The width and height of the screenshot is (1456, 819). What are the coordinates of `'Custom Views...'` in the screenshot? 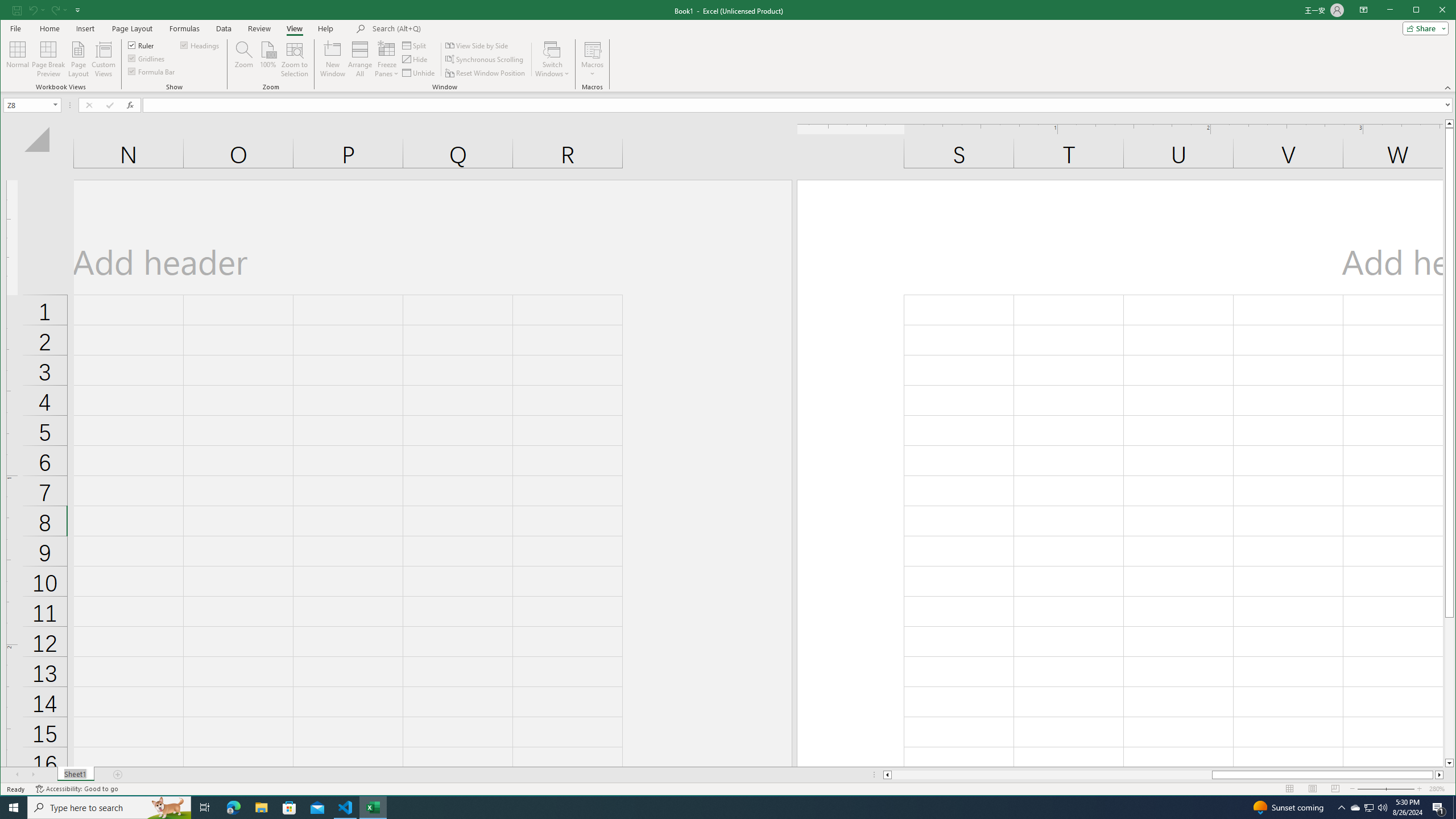 It's located at (102, 59).